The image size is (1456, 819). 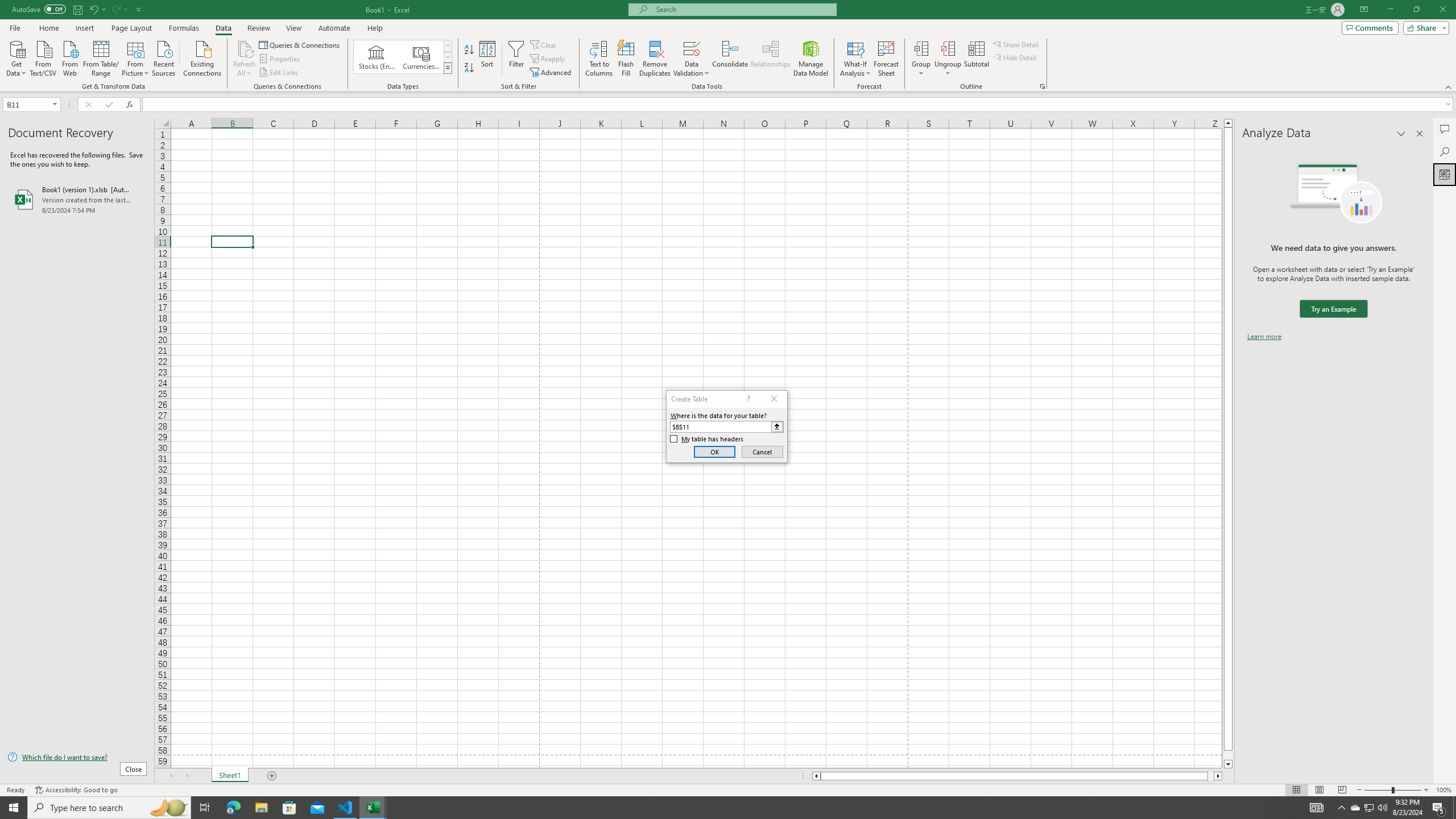 I want to click on 'Which file do I want to save?', so click(x=76, y=758).